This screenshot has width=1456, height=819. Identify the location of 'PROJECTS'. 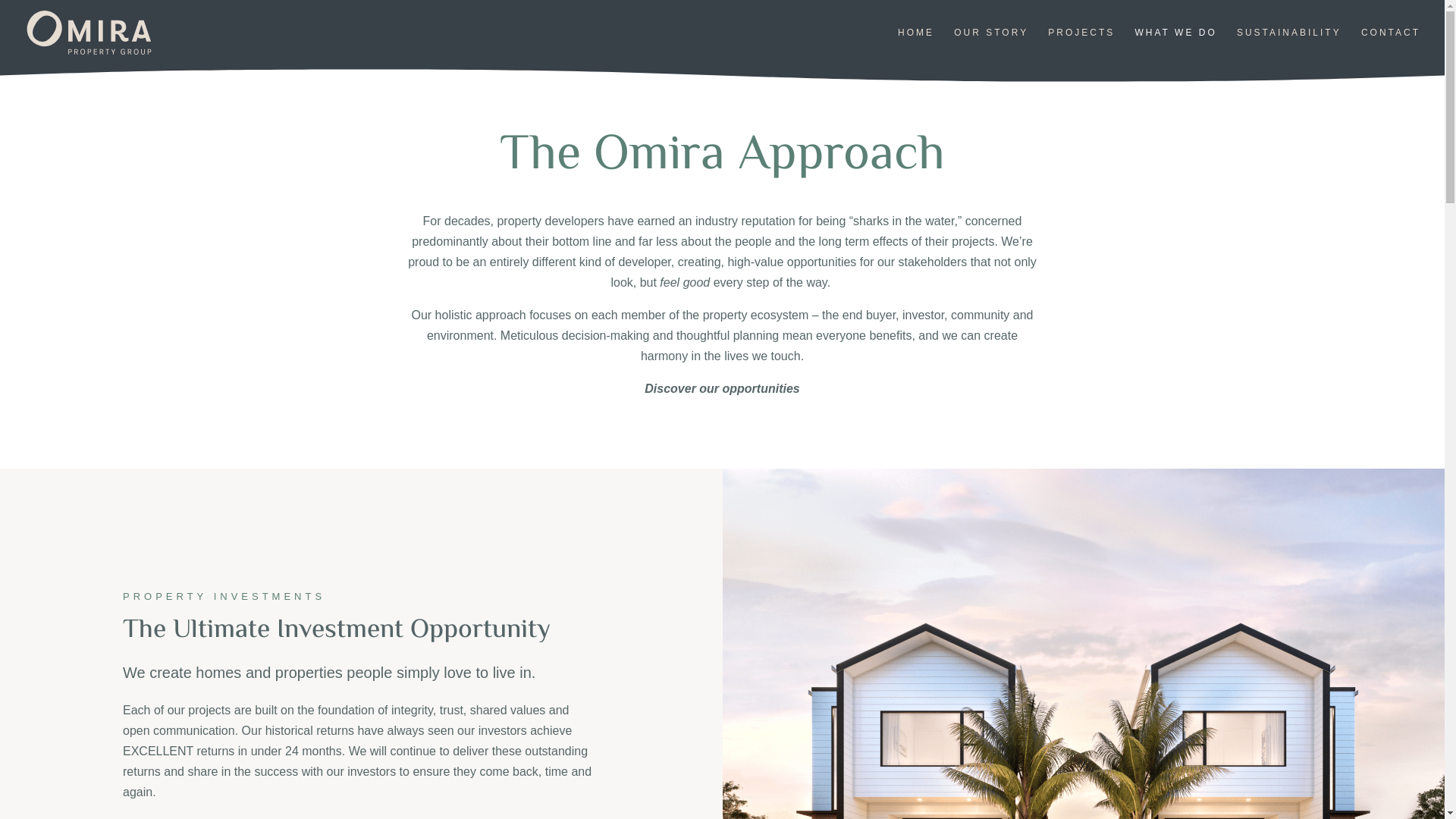
(1080, 45).